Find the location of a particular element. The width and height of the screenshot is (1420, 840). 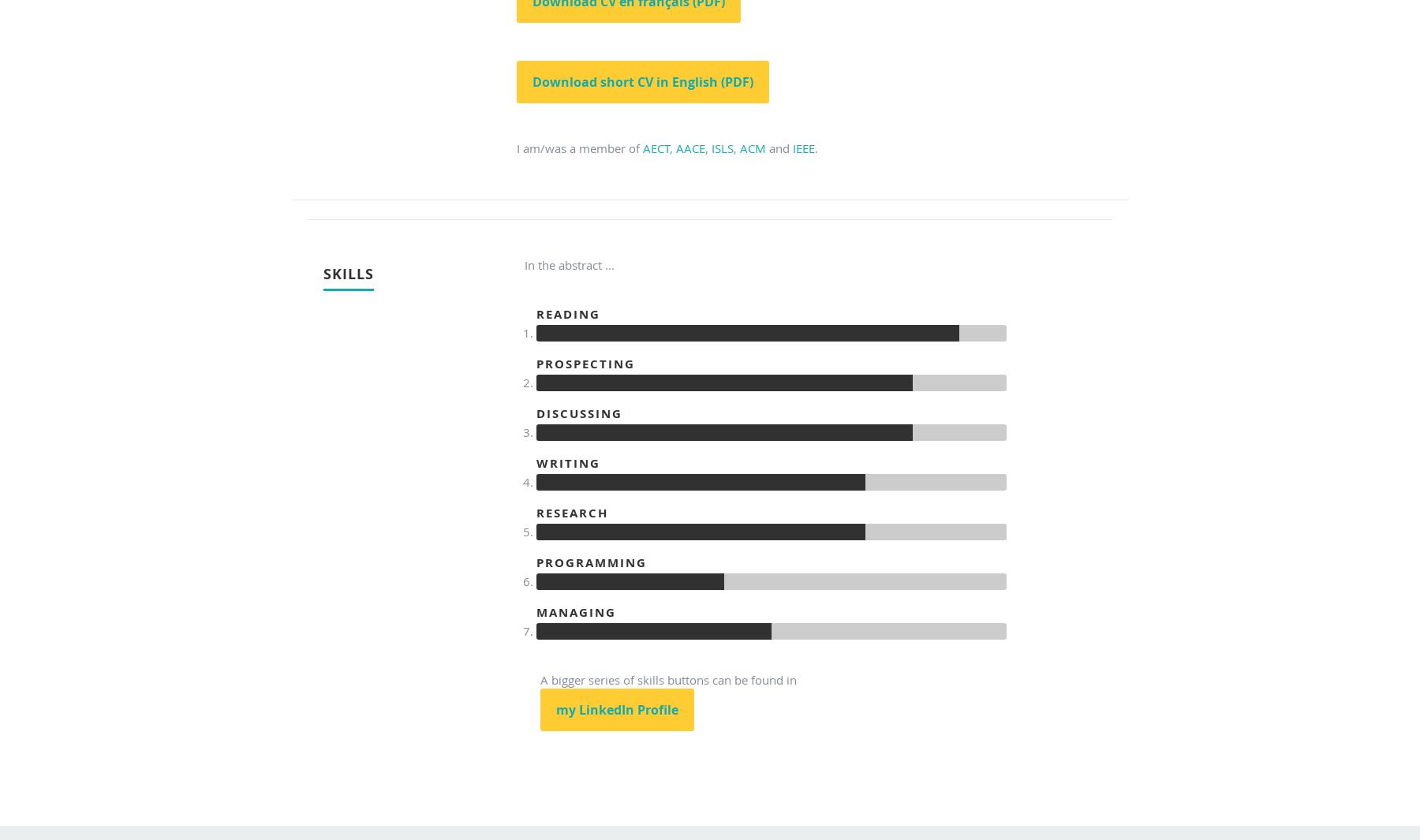

'ISLS' is located at coordinates (710, 147).